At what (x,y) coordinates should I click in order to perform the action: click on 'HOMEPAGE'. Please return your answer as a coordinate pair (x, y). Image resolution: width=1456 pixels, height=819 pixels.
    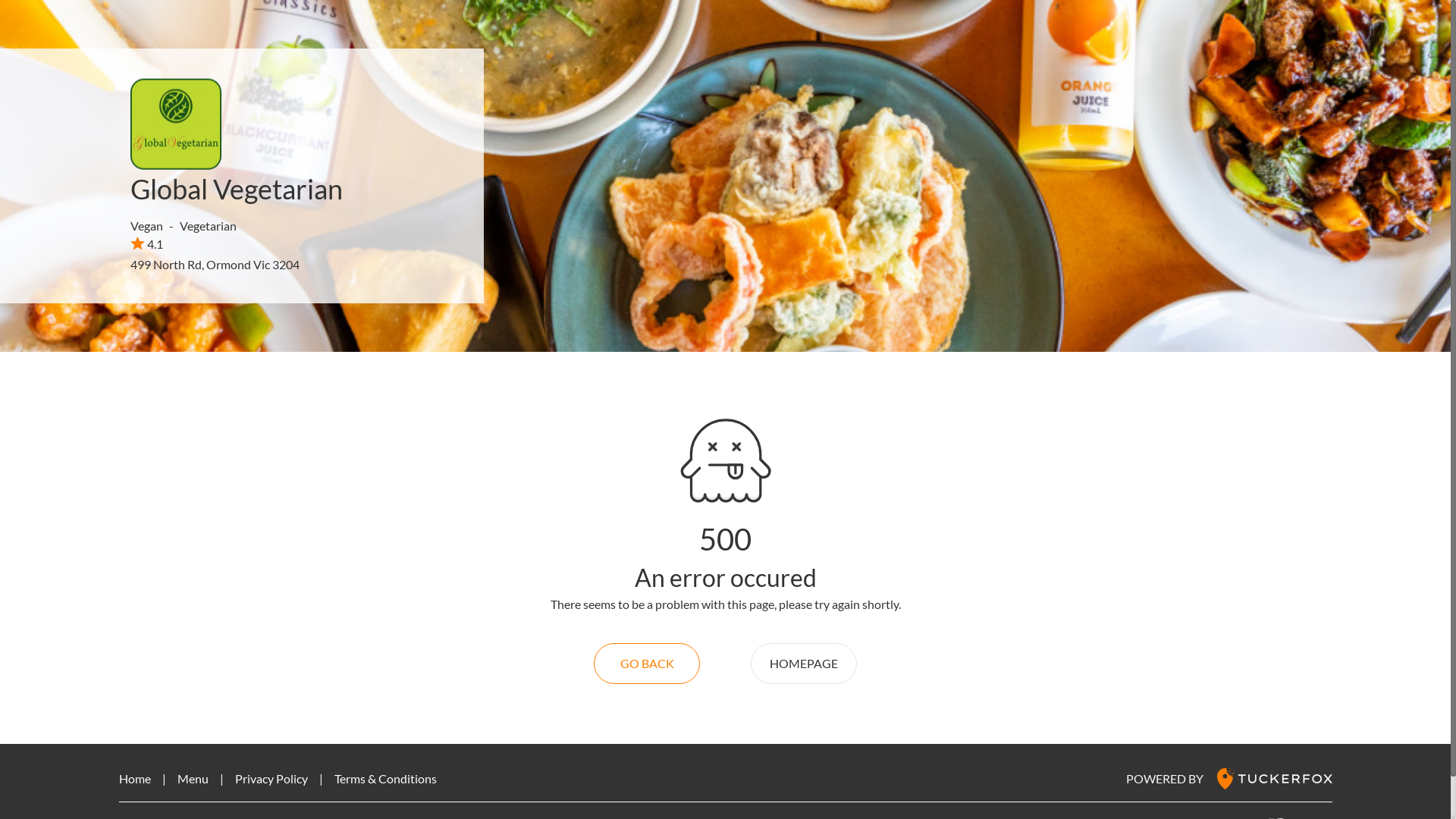
    Looking at the image, I should click on (750, 663).